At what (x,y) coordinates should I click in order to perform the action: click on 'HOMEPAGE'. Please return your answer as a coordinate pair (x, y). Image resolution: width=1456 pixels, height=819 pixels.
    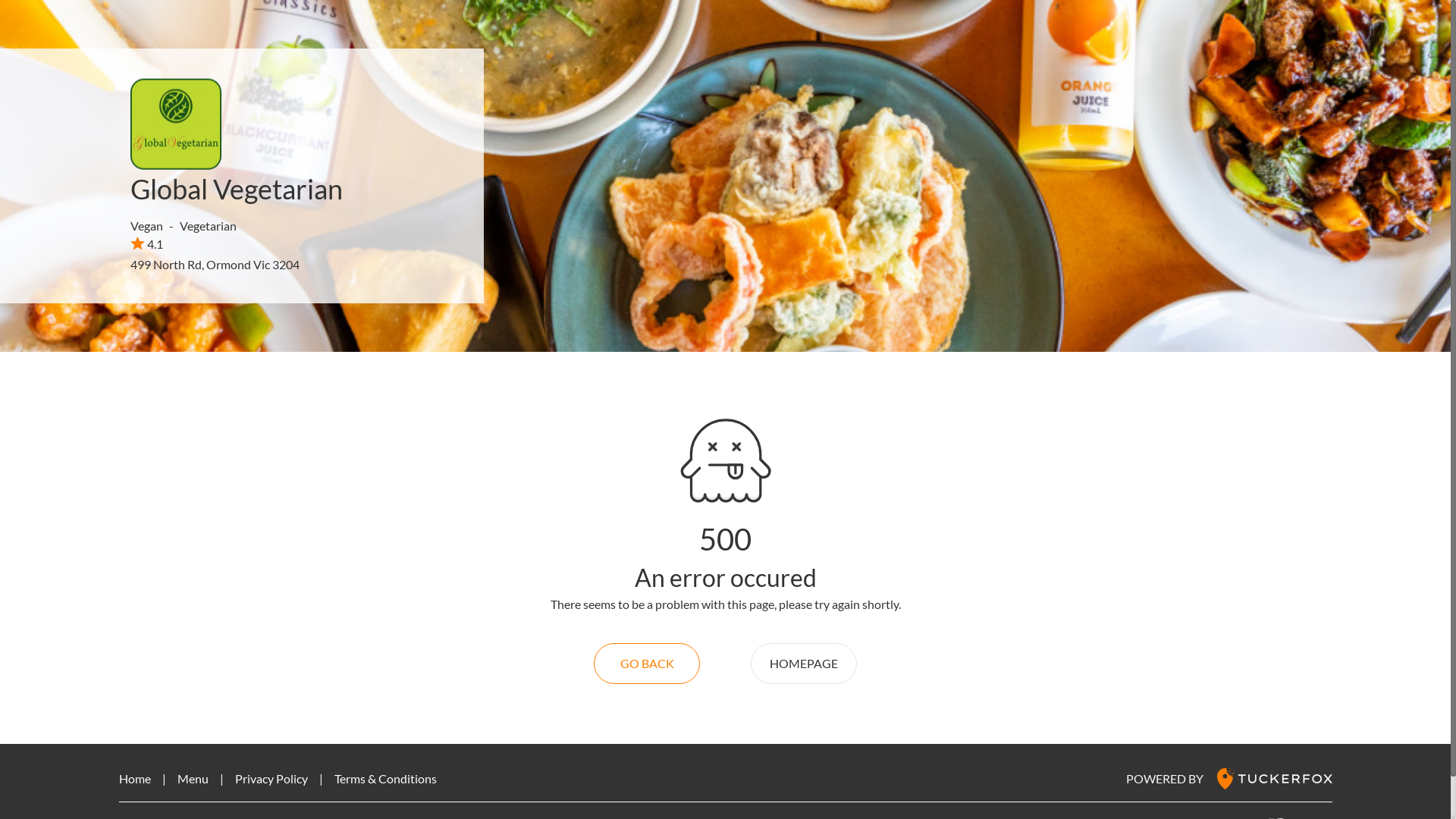
    Looking at the image, I should click on (750, 663).